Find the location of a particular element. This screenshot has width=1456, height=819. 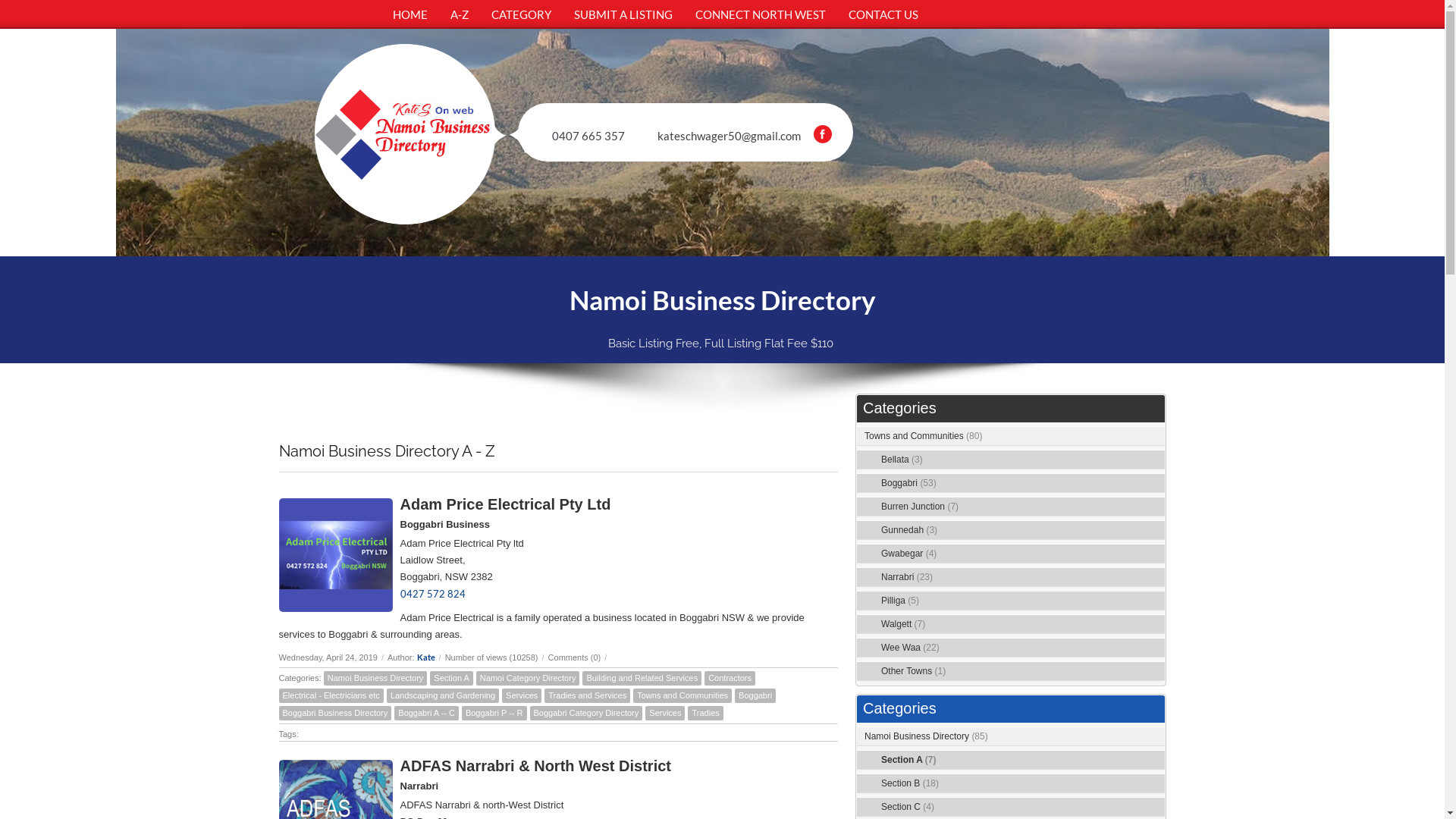

'A-Z' is located at coordinates (457, 14).